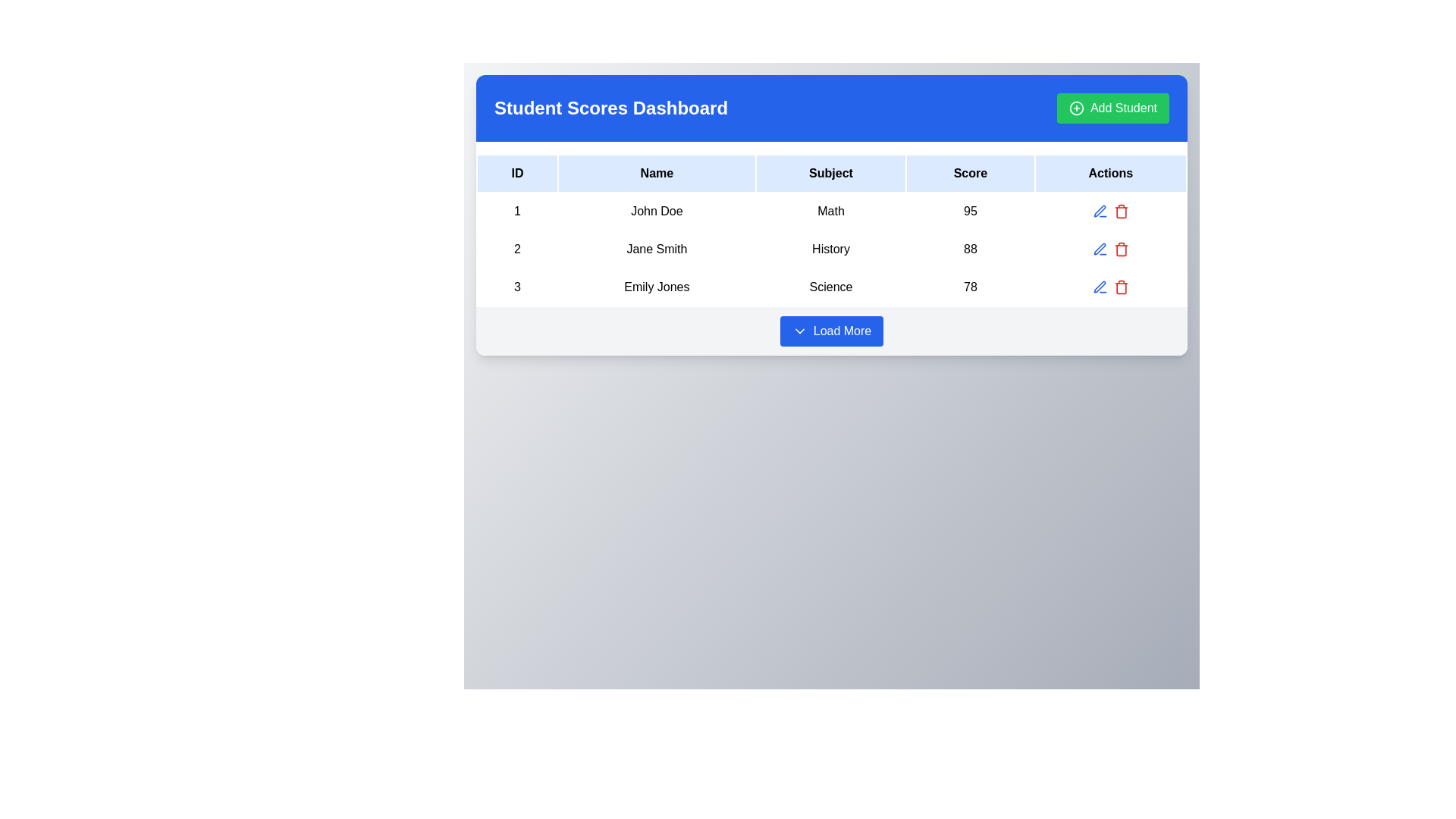  I want to click on the Table Header Cell displaying 'ID', which is styled with padding and contained in a light blue header, located at the top-left corner of the table header row, so click(517, 172).